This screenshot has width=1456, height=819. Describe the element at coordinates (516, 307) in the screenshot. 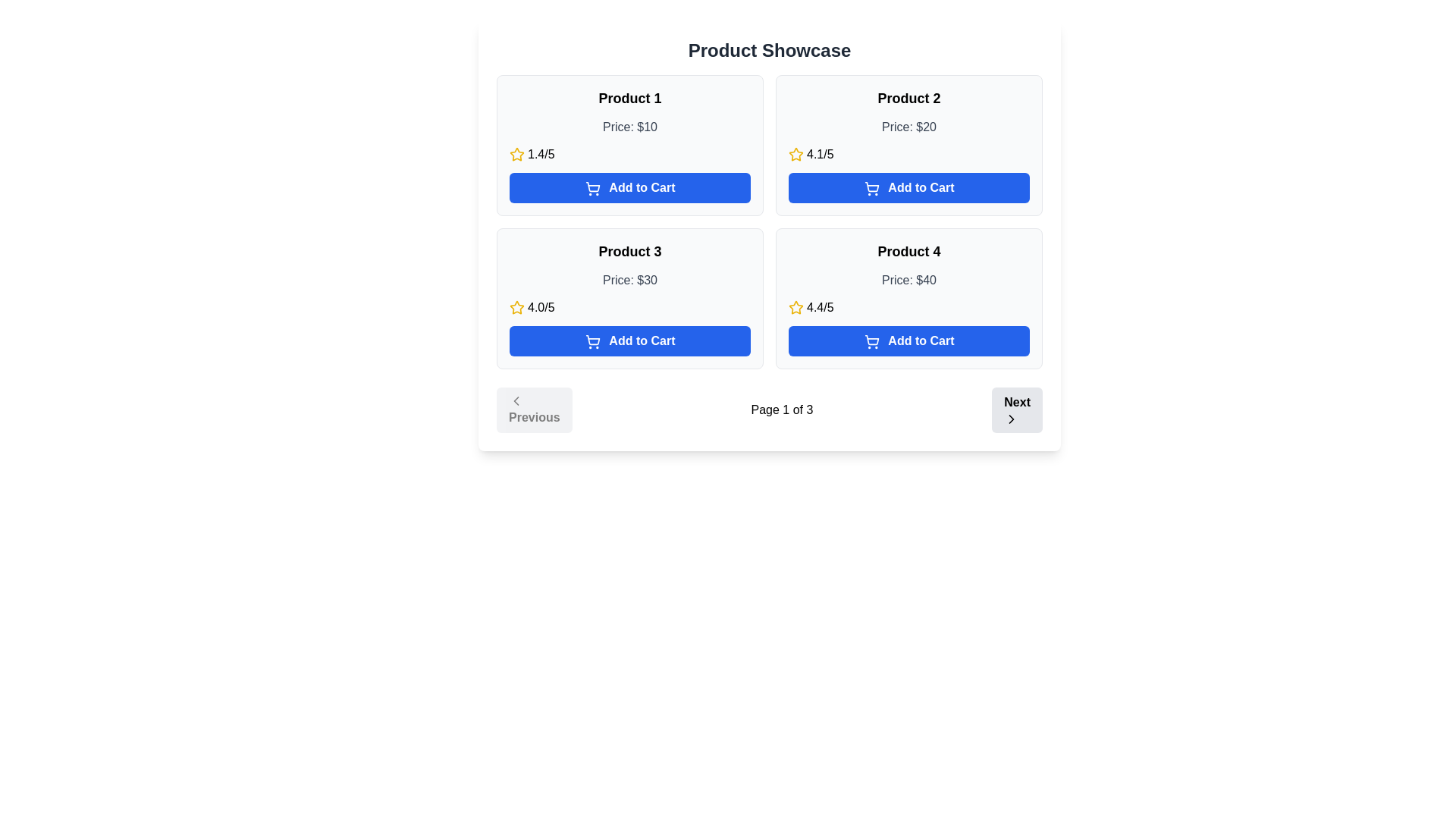

I see `the star icon indicating the rating score of 'Product 3', located in the second row and first column of the product grid, above the rating text '4.0/5'` at that location.